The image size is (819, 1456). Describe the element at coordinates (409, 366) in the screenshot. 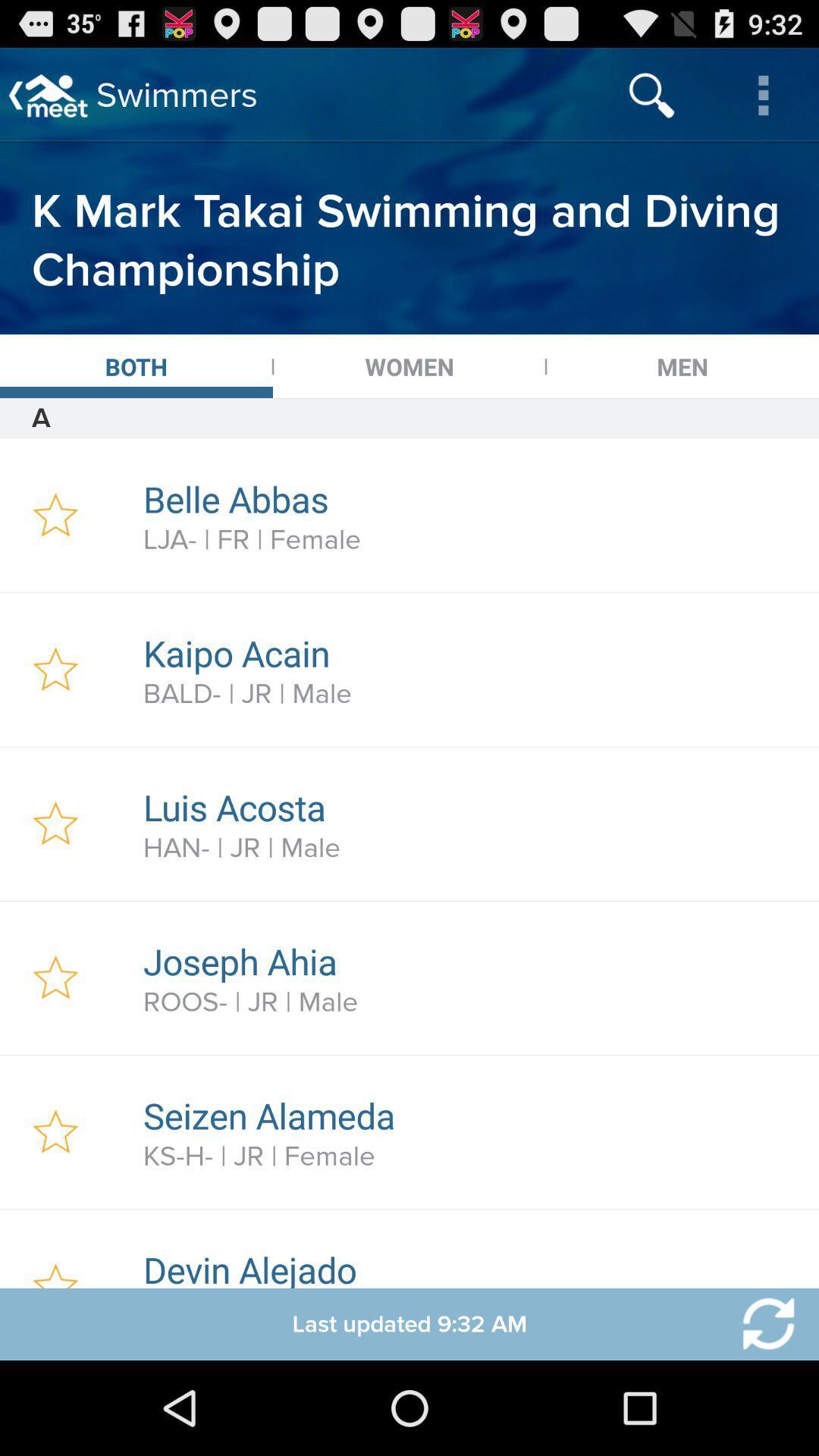

I see `item below the k mark takai item` at that location.